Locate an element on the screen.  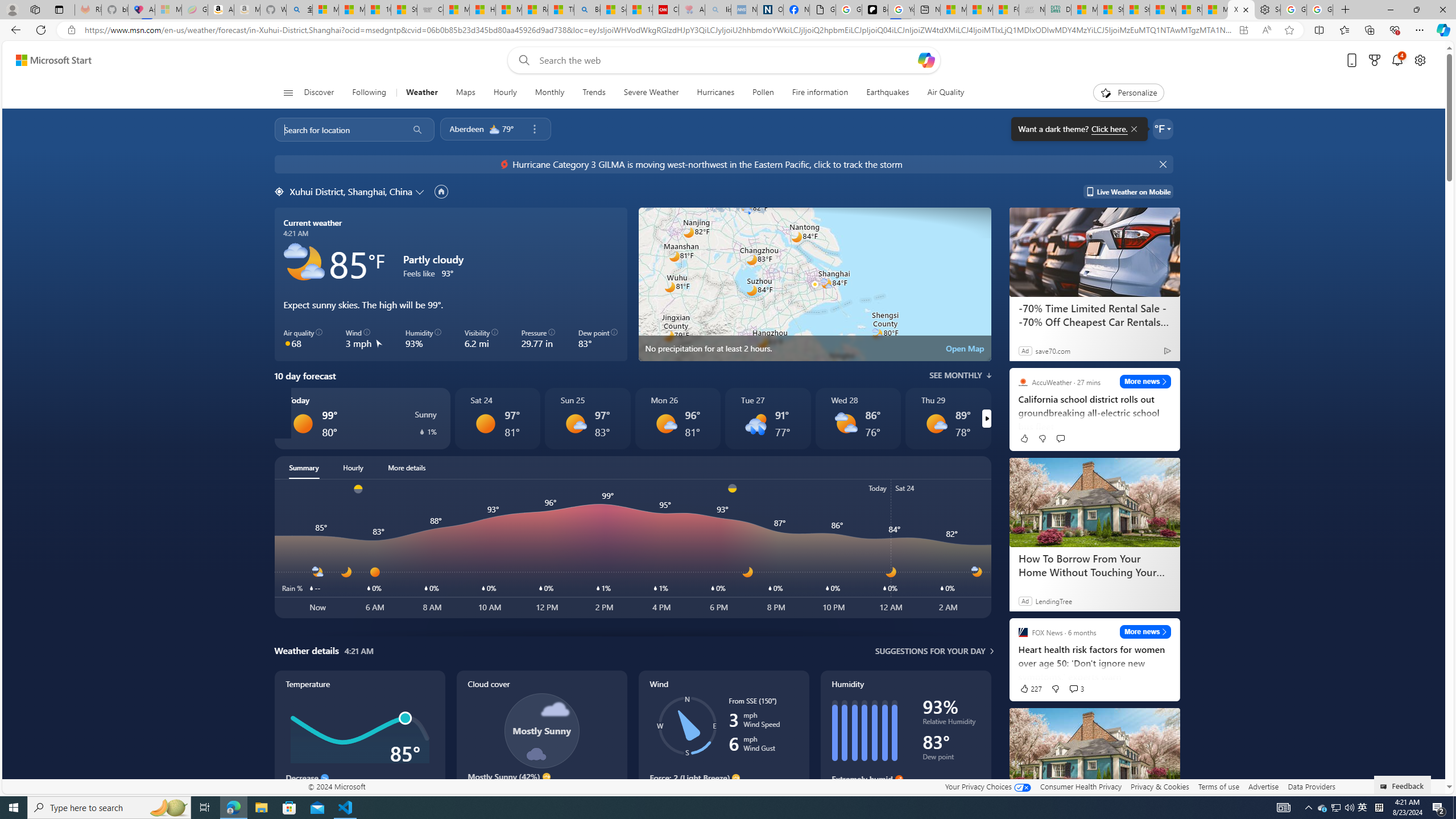
'Asthma Inhalers: Names and Types' is located at coordinates (141, 9).